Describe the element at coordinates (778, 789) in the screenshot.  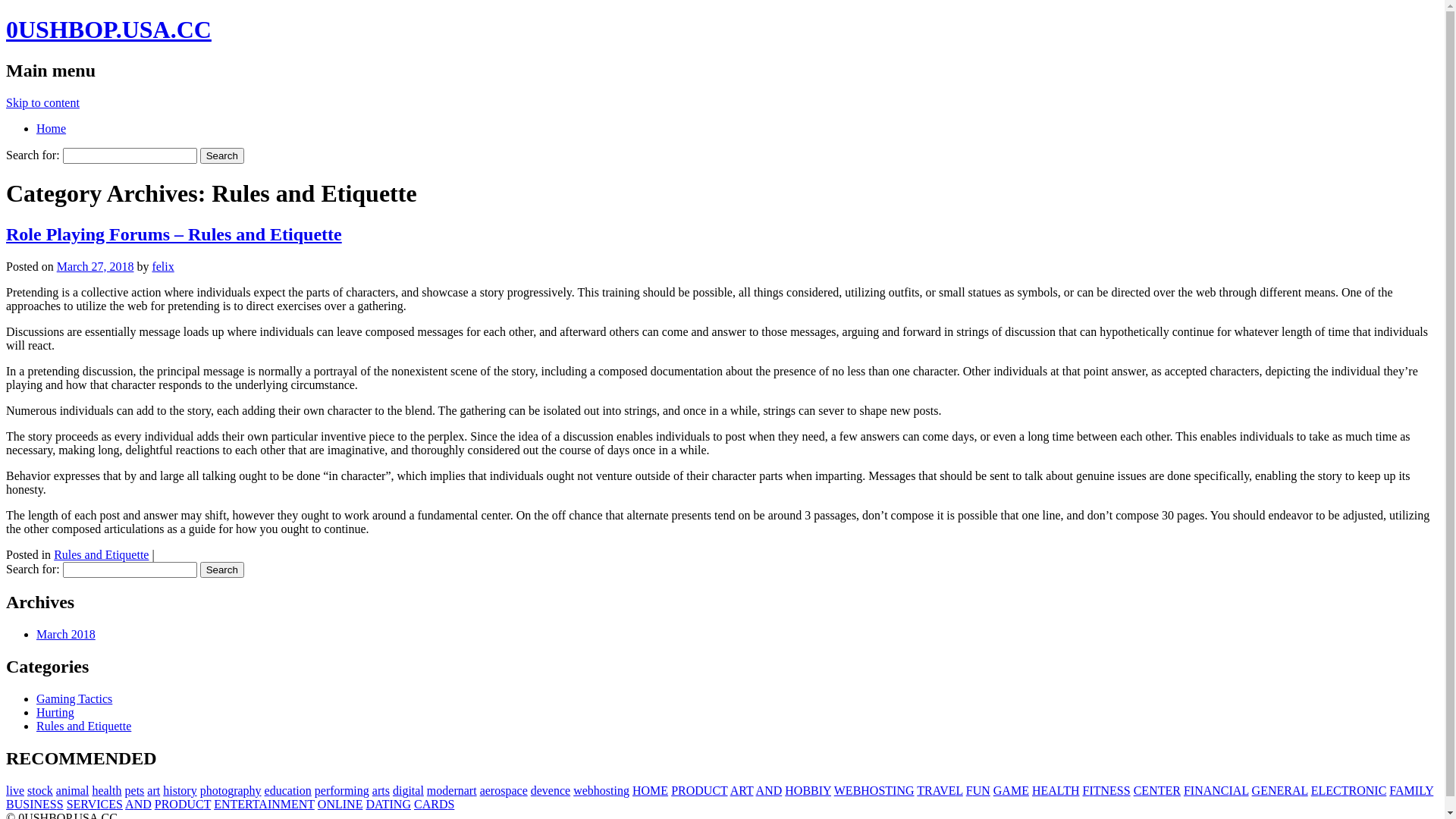
I see `'D'` at that location.